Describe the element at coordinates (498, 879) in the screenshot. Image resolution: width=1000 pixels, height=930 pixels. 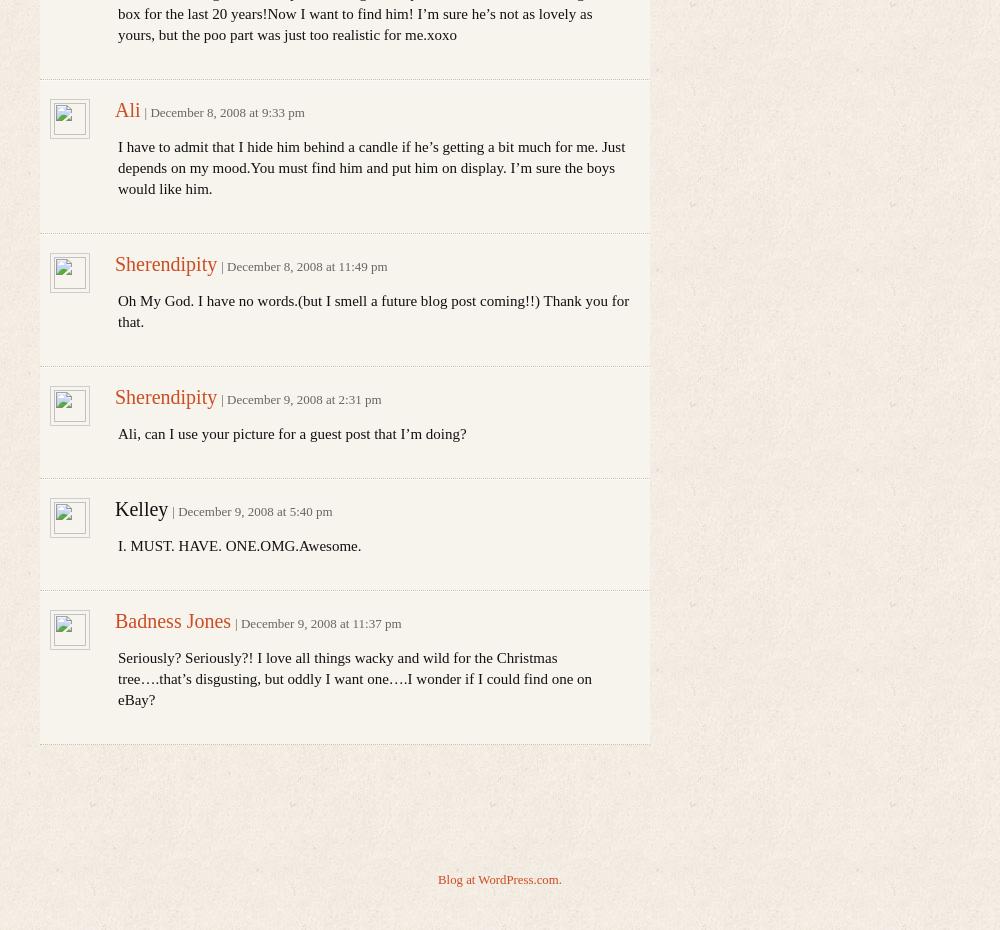
I see `'Blog at WordPress.com.'` at that location.